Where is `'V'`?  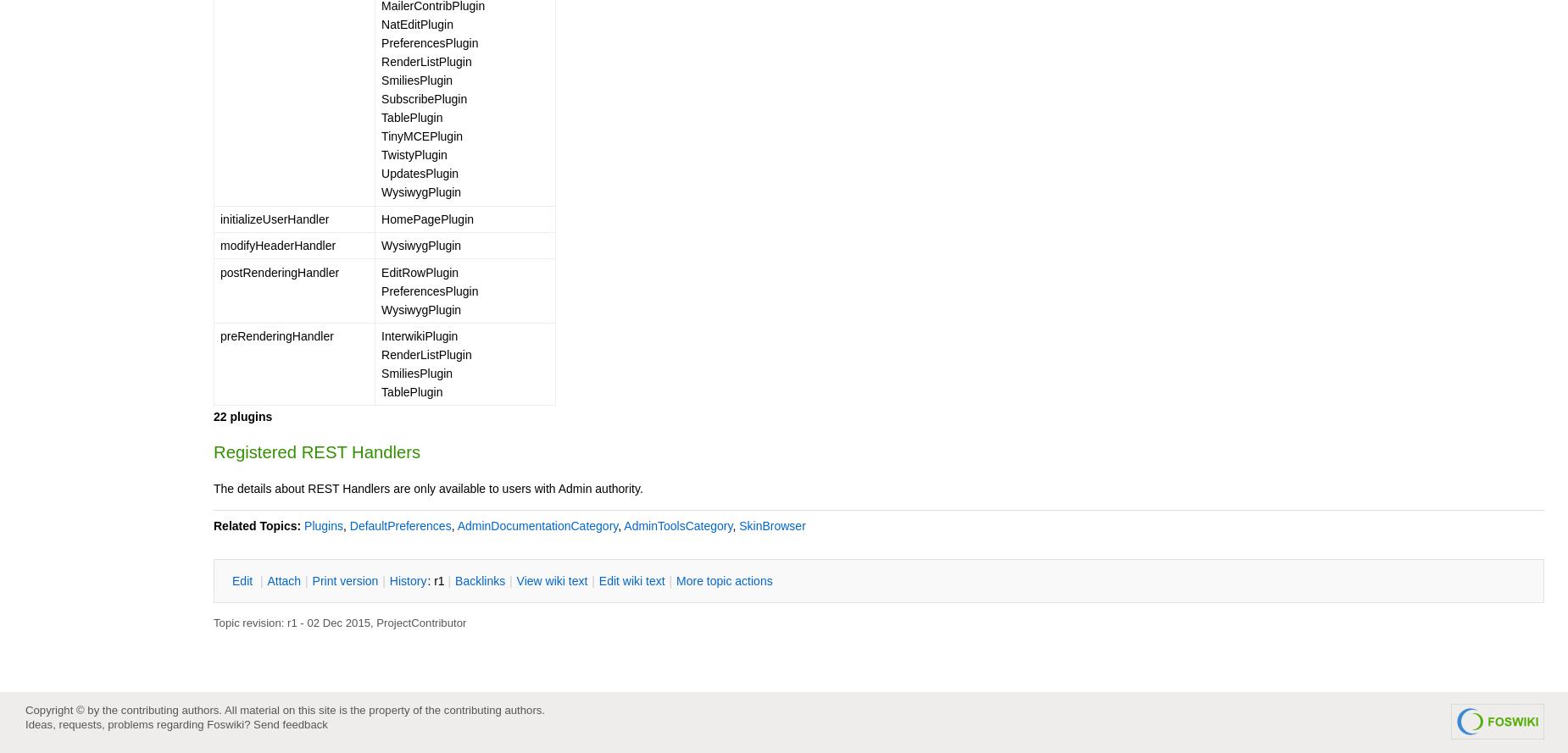
'V' is located at coordinates (520, 579).